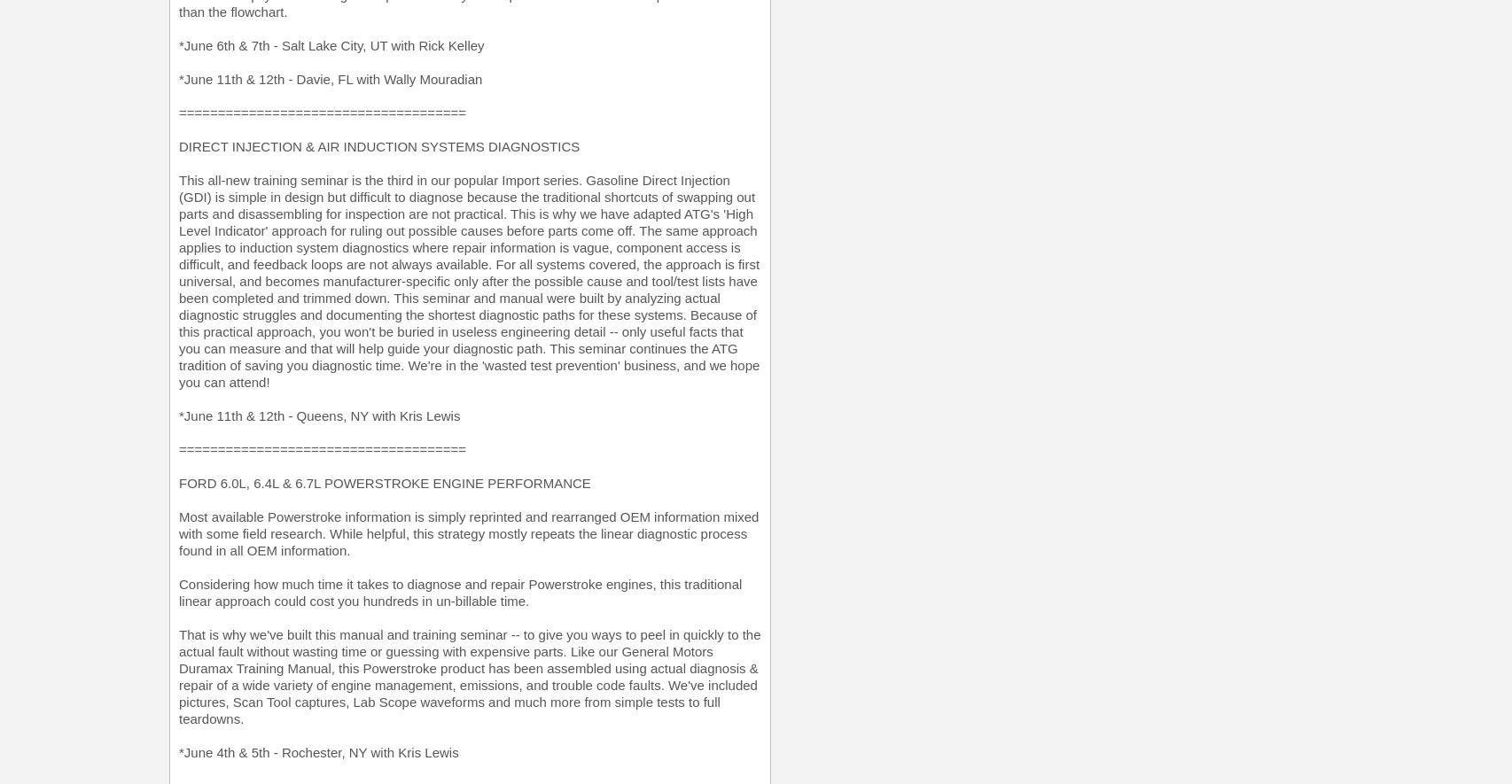 This screenshot has width=1512, height=784. I want to click on 'FORD 6.0L, 6.4L & 6.7L POWERSTROKE ENGINE PERFORMANCE', so click(384, 482).